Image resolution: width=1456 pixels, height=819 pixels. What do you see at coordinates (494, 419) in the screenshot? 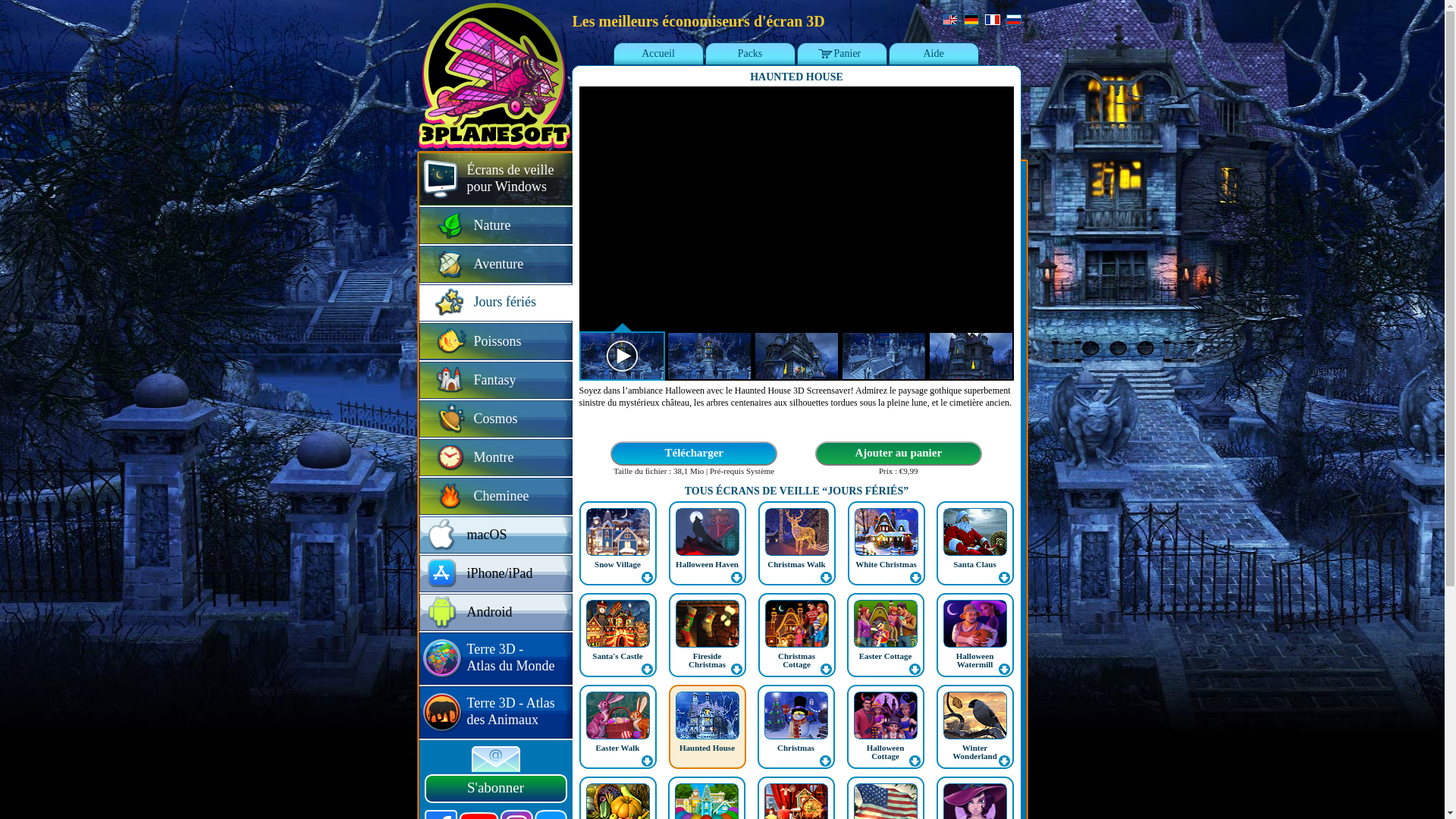
I see `'Cosmos'` at bounding box center [494, 419].